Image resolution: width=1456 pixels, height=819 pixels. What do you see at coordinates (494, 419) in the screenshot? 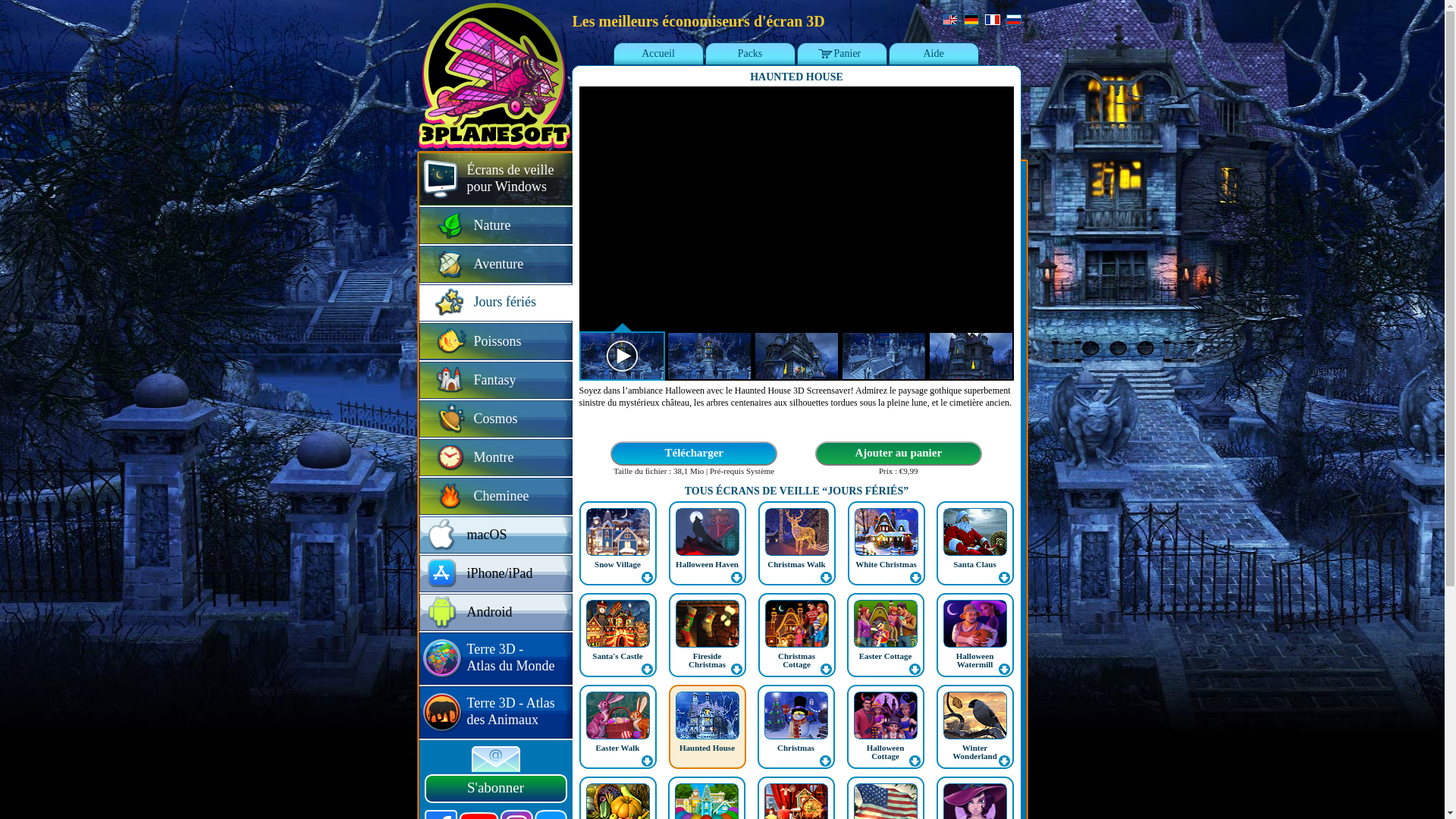
I see `'Cosmos'` at bounding box center [494, 419].